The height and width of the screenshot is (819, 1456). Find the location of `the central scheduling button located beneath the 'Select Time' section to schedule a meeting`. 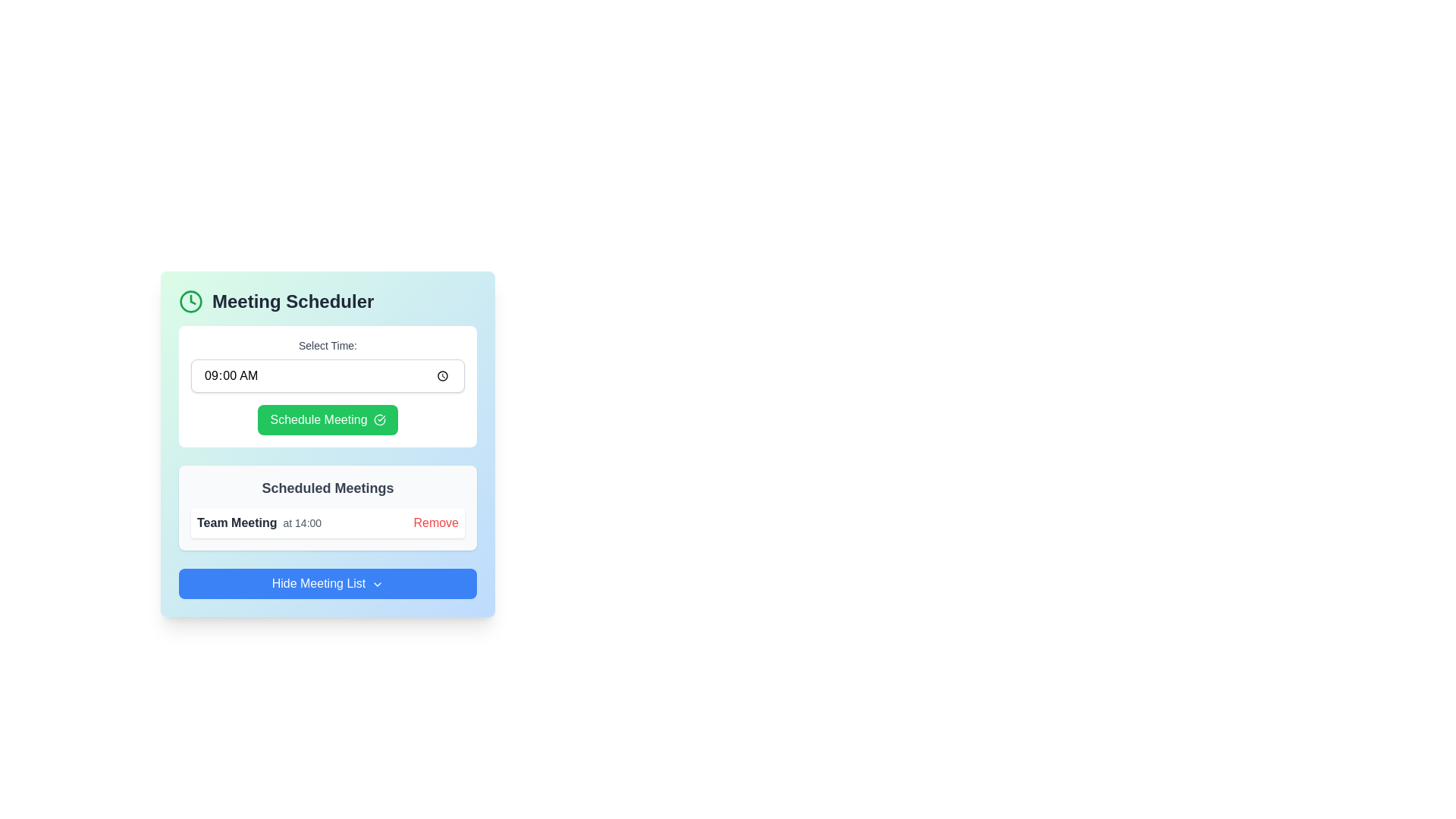

the central scheduling button located beneath the 'Select Time' section to schedule a meeting is located at coordinates (327, 420).